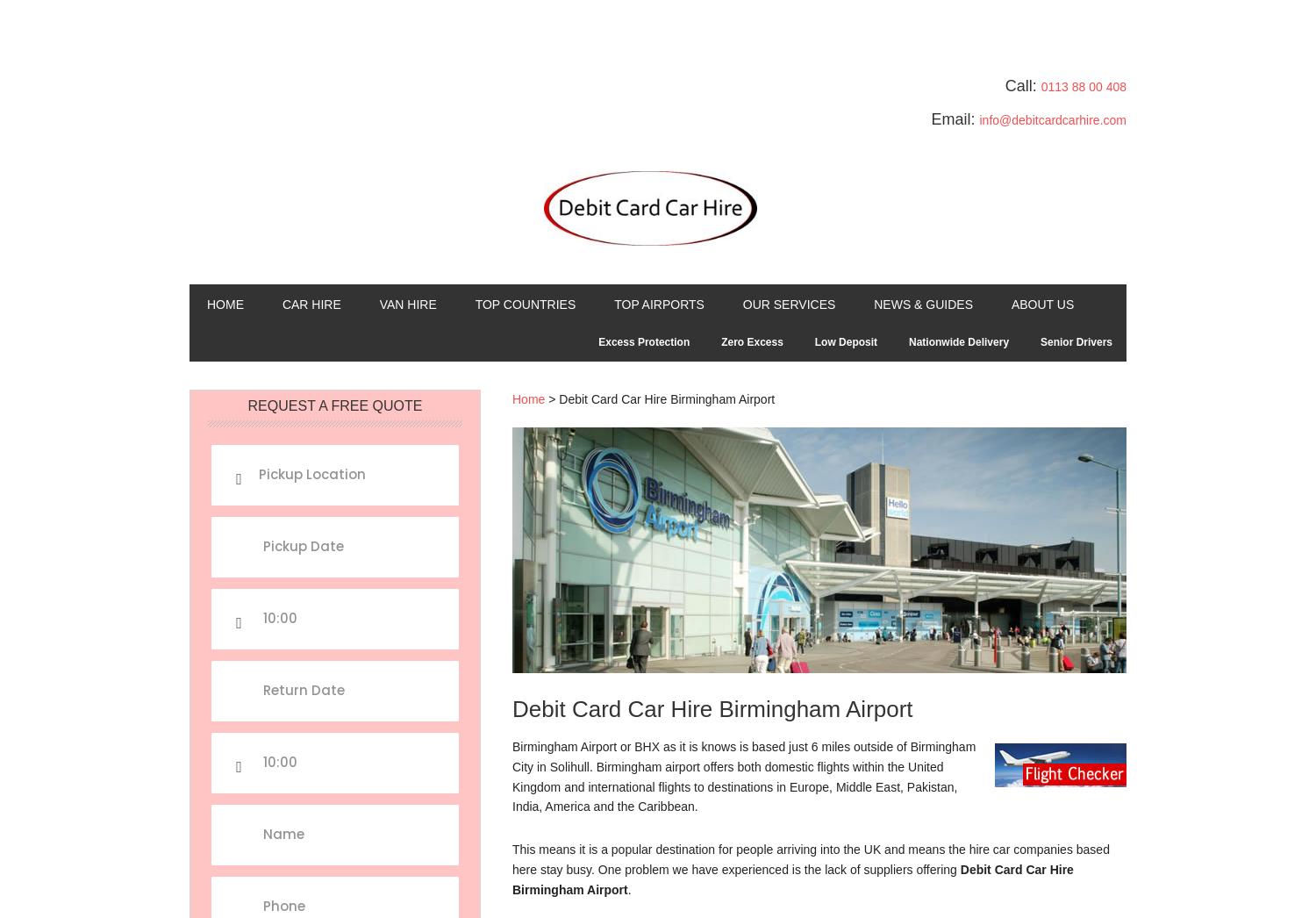 The width and height of the screenshot is (1316, 918). I want to click on 'Low Deposit', so click(845, 341).